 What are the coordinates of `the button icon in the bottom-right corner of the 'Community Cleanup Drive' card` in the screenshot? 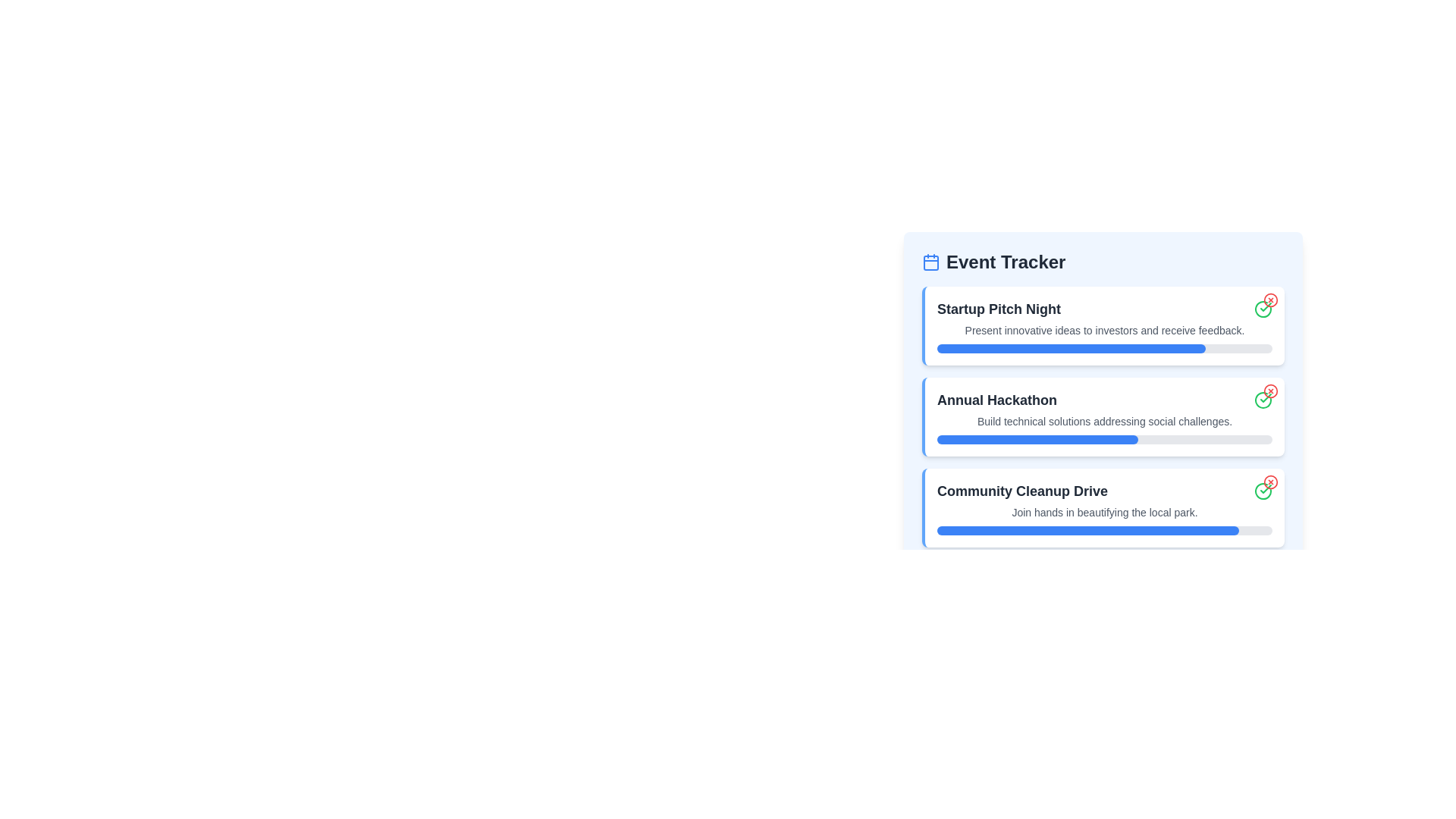 It's located at (1263, 491).